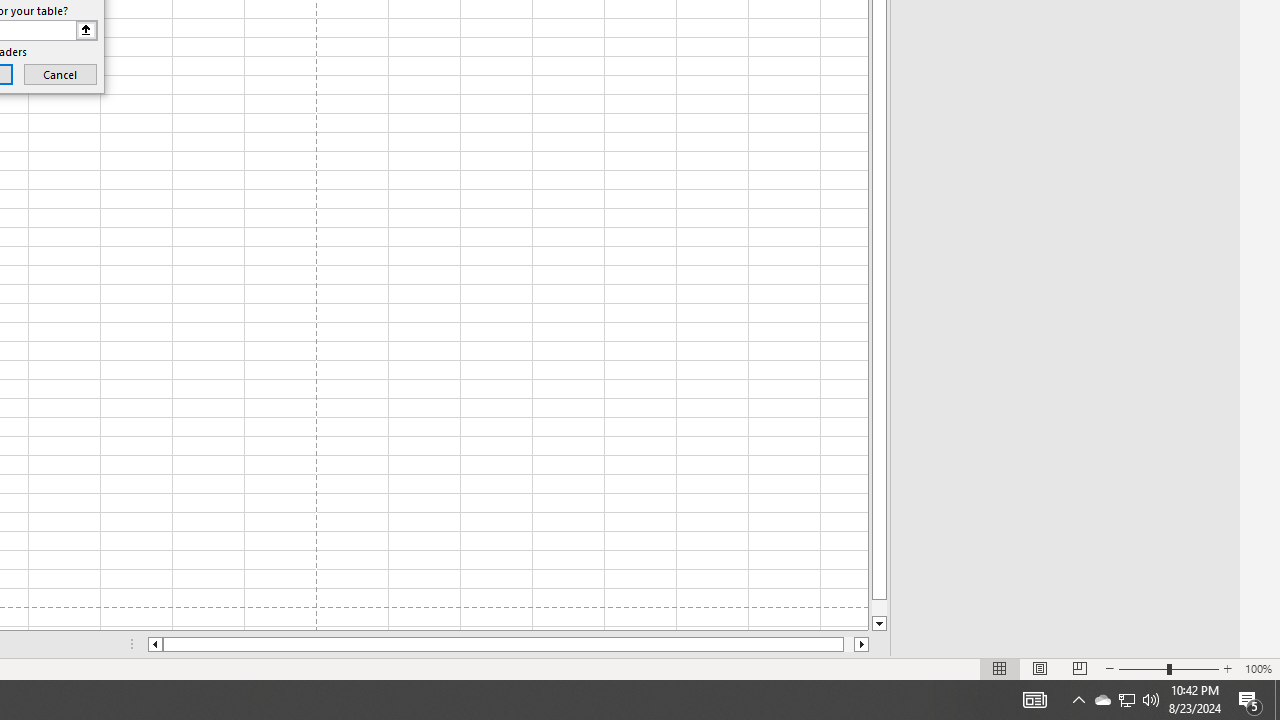 The width and height of the screenshot is (1280, 720). Describe the element at coordinates (862, 644) in the screenshot. I see `'Column right'` at that location.